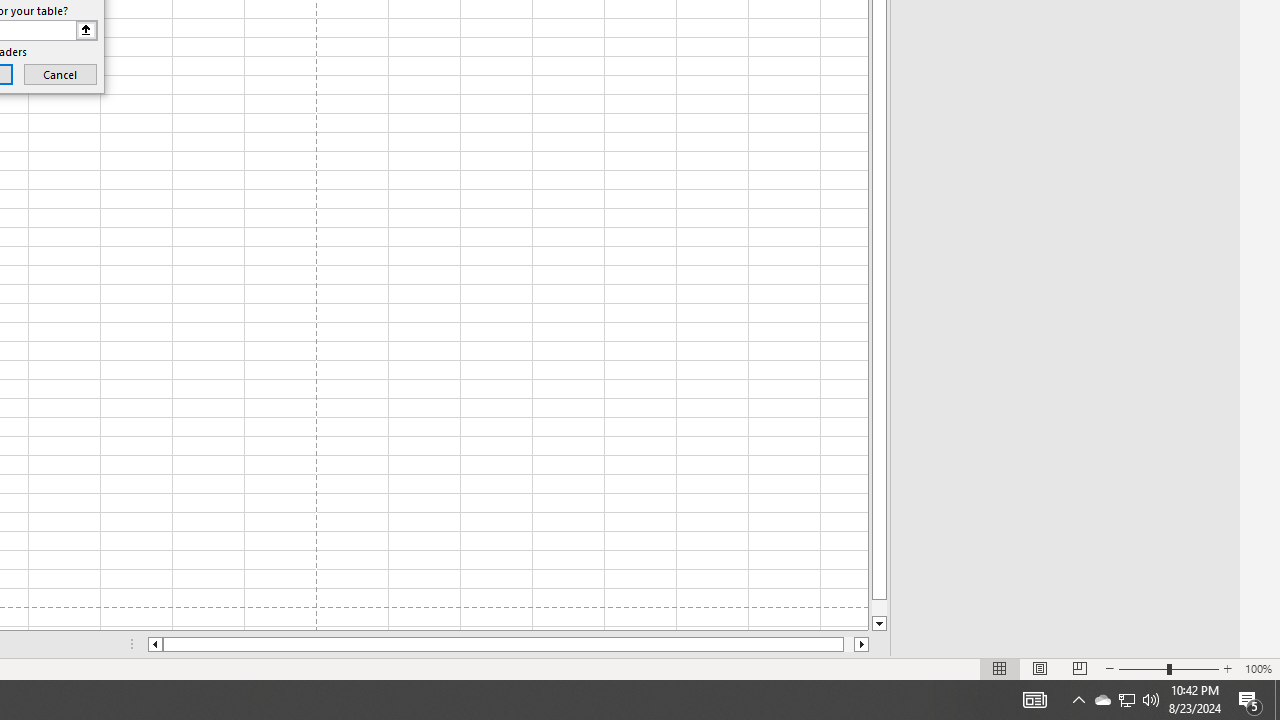 The width and height of the screenshot is (1280, 720). Describe the element at coordinates (862, 644) in the screenshot. I see `'Column right'` at that location.